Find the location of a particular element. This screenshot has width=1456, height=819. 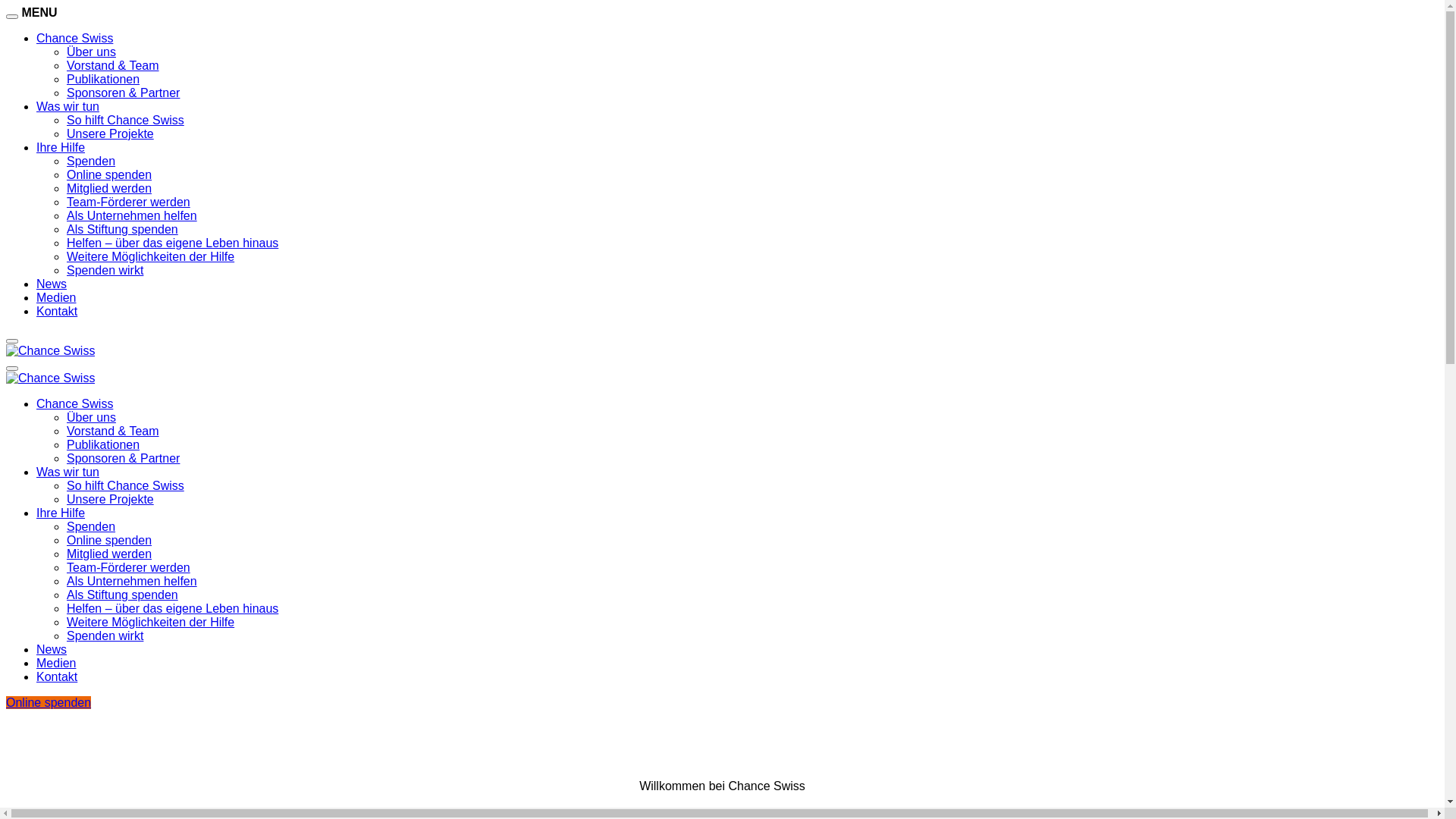

'News' is located at coordinates (51, 648).